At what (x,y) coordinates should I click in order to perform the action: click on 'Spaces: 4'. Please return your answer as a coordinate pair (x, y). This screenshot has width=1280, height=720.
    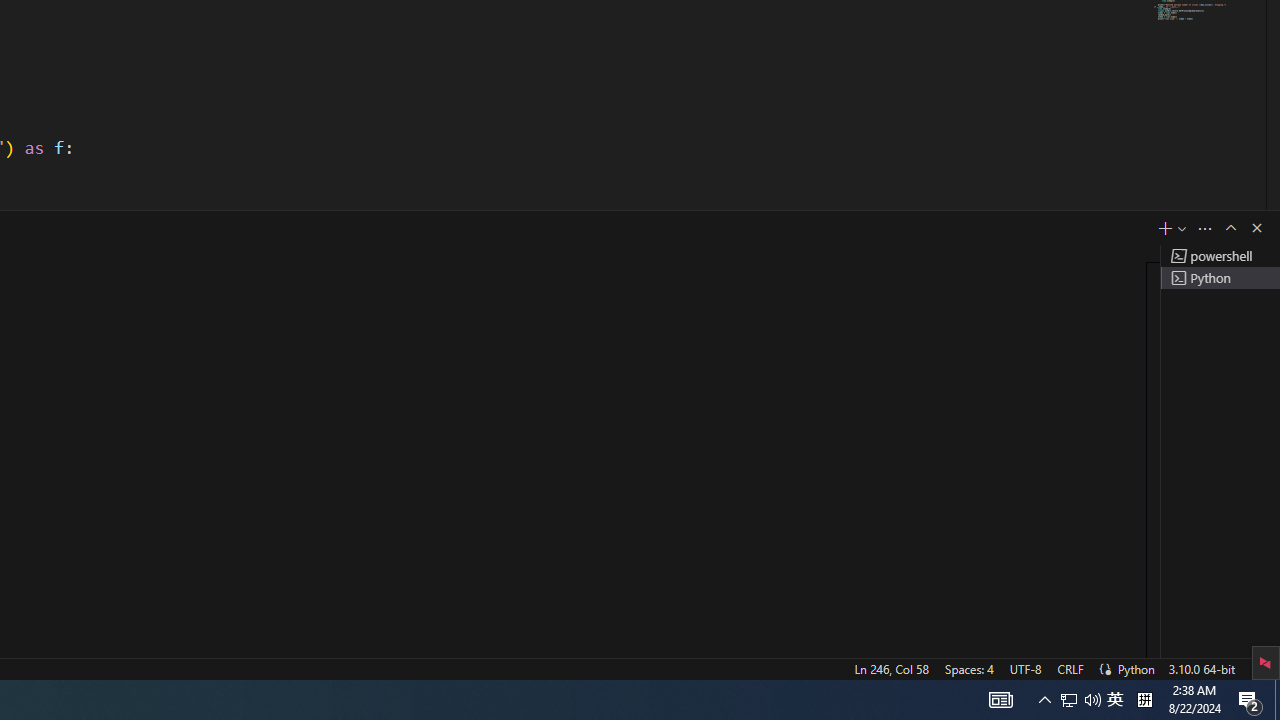
    Looking at the image, I should click on (968, 668).